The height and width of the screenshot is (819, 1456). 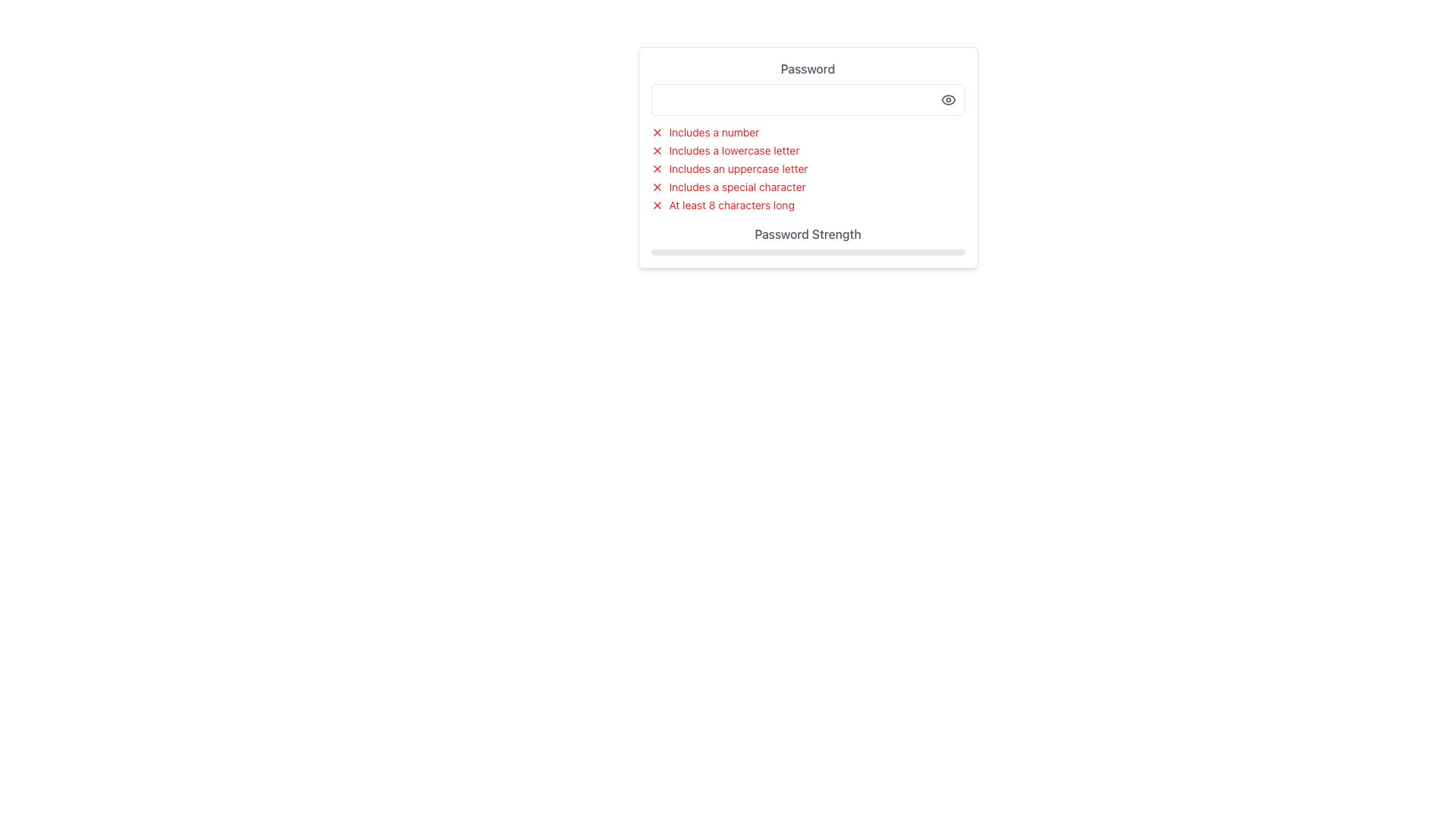 I want to click on the eye-shaped icon button located on the far-right side of the 'Password' input field, so click(x=947, y=99).